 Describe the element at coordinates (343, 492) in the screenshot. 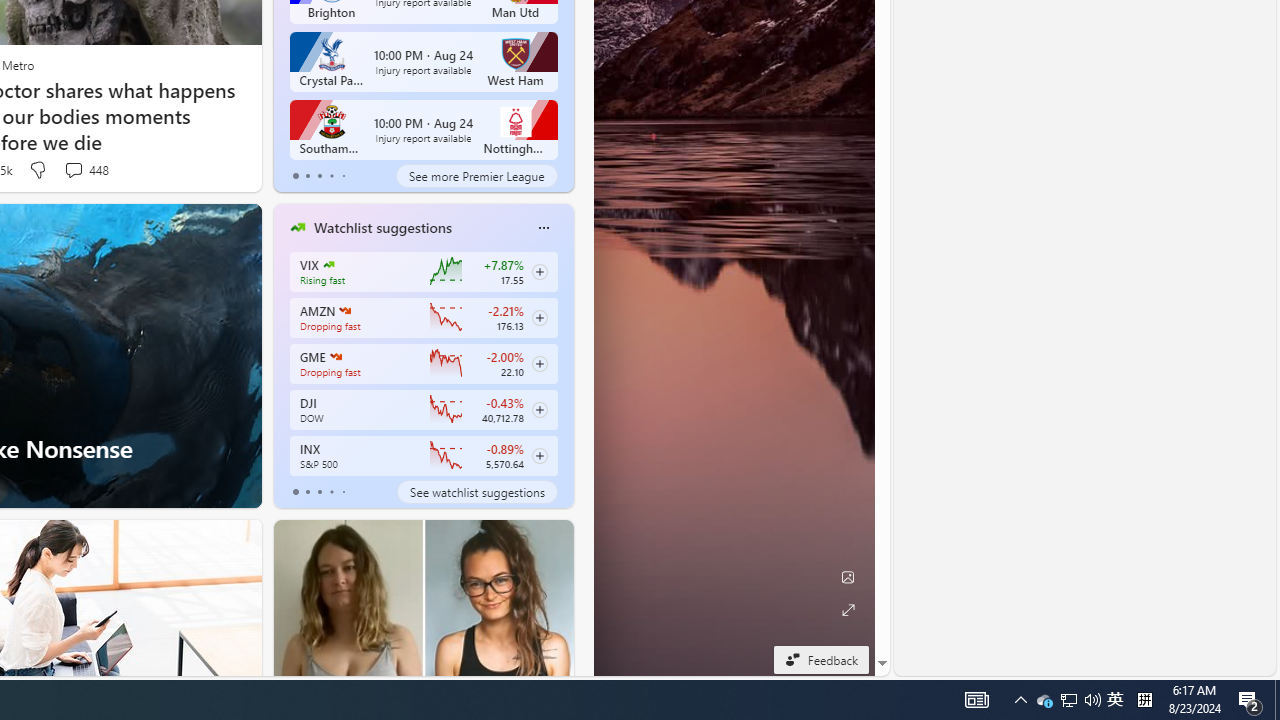

I see `'tab-4'` at that location.